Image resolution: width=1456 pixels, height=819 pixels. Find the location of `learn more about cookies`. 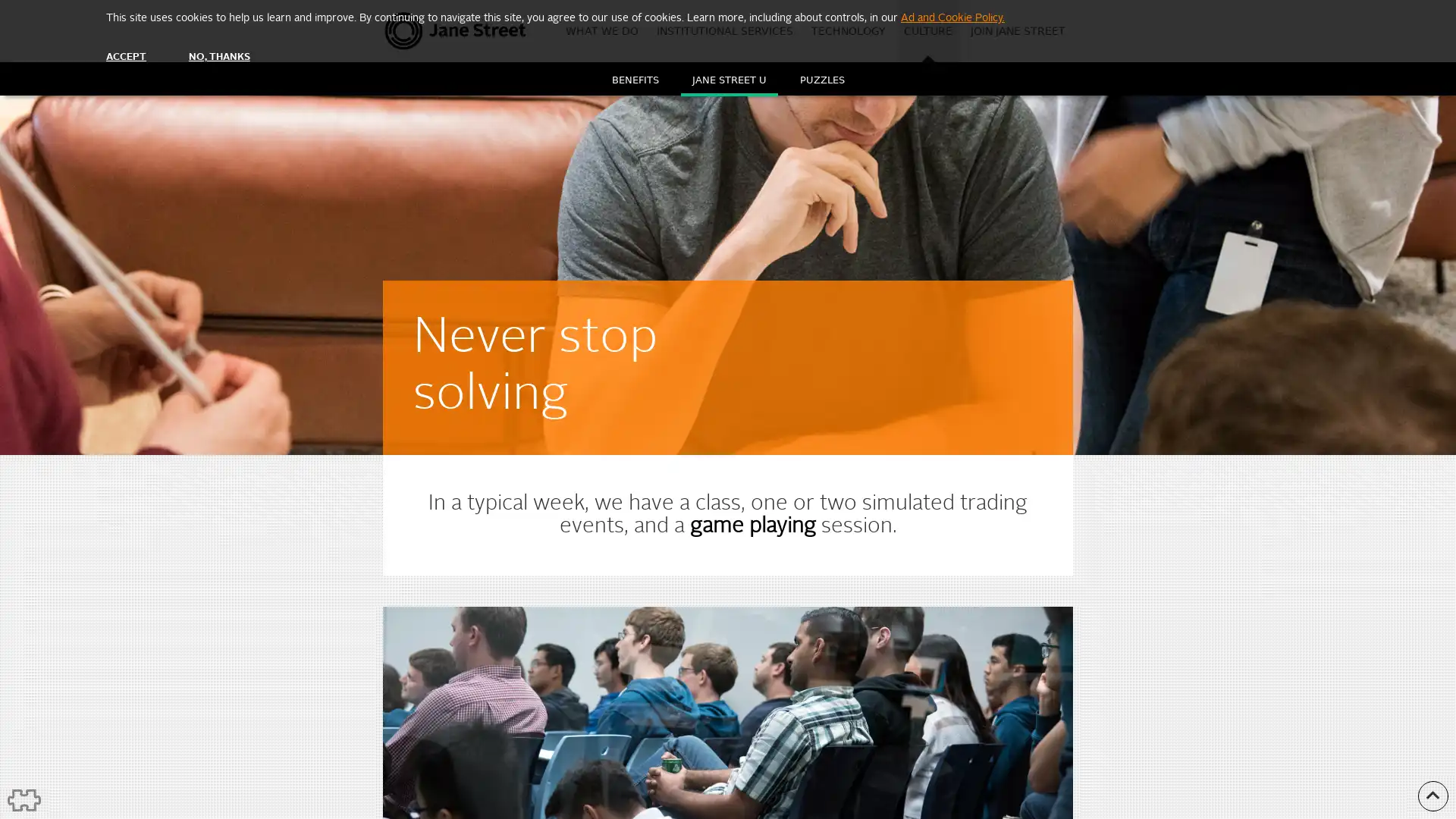

learn more about cookies is located at coordinates (952, 17).